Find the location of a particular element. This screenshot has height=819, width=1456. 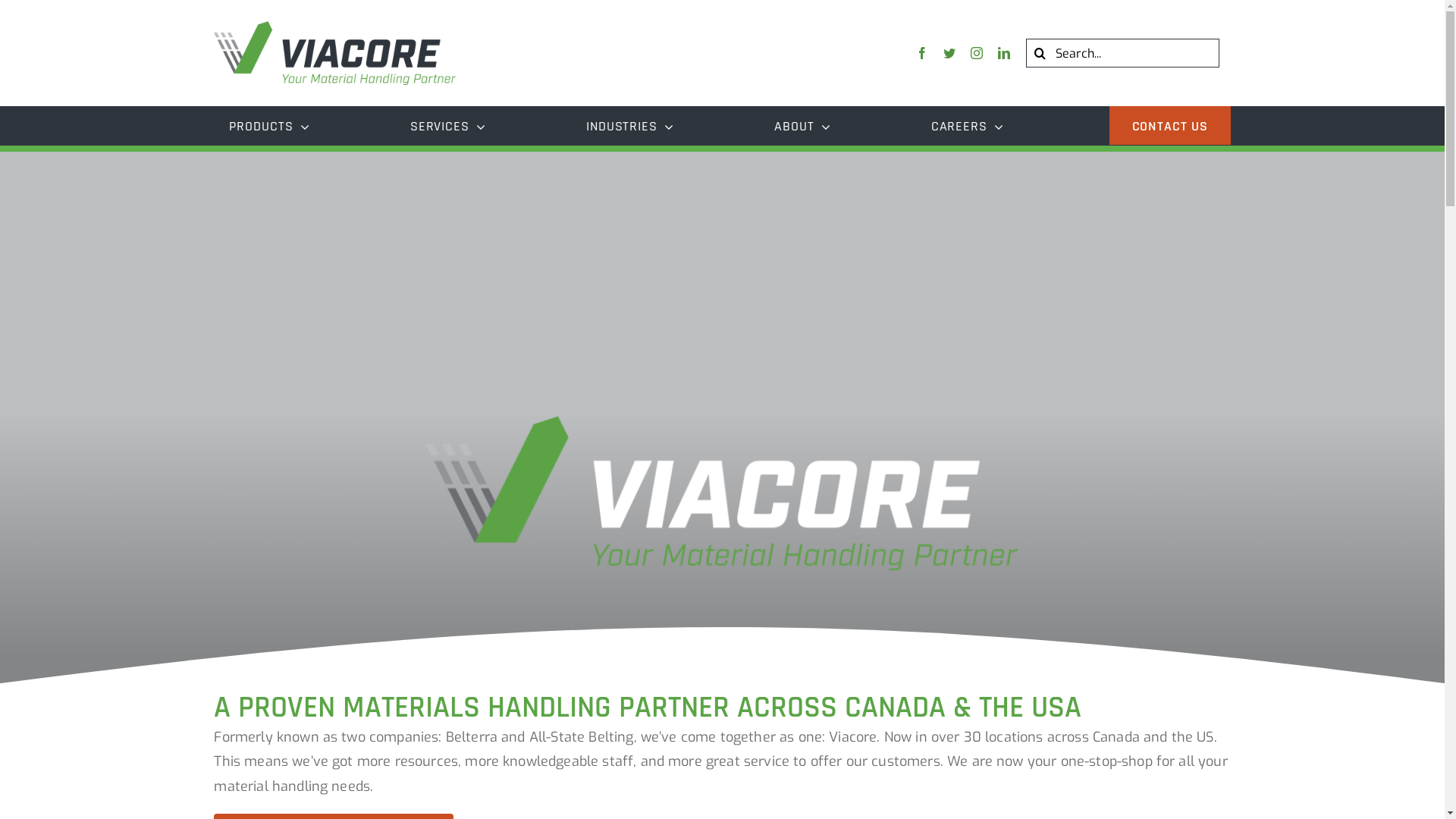

'LinkedIn' is located at coordinates (1004, 52).